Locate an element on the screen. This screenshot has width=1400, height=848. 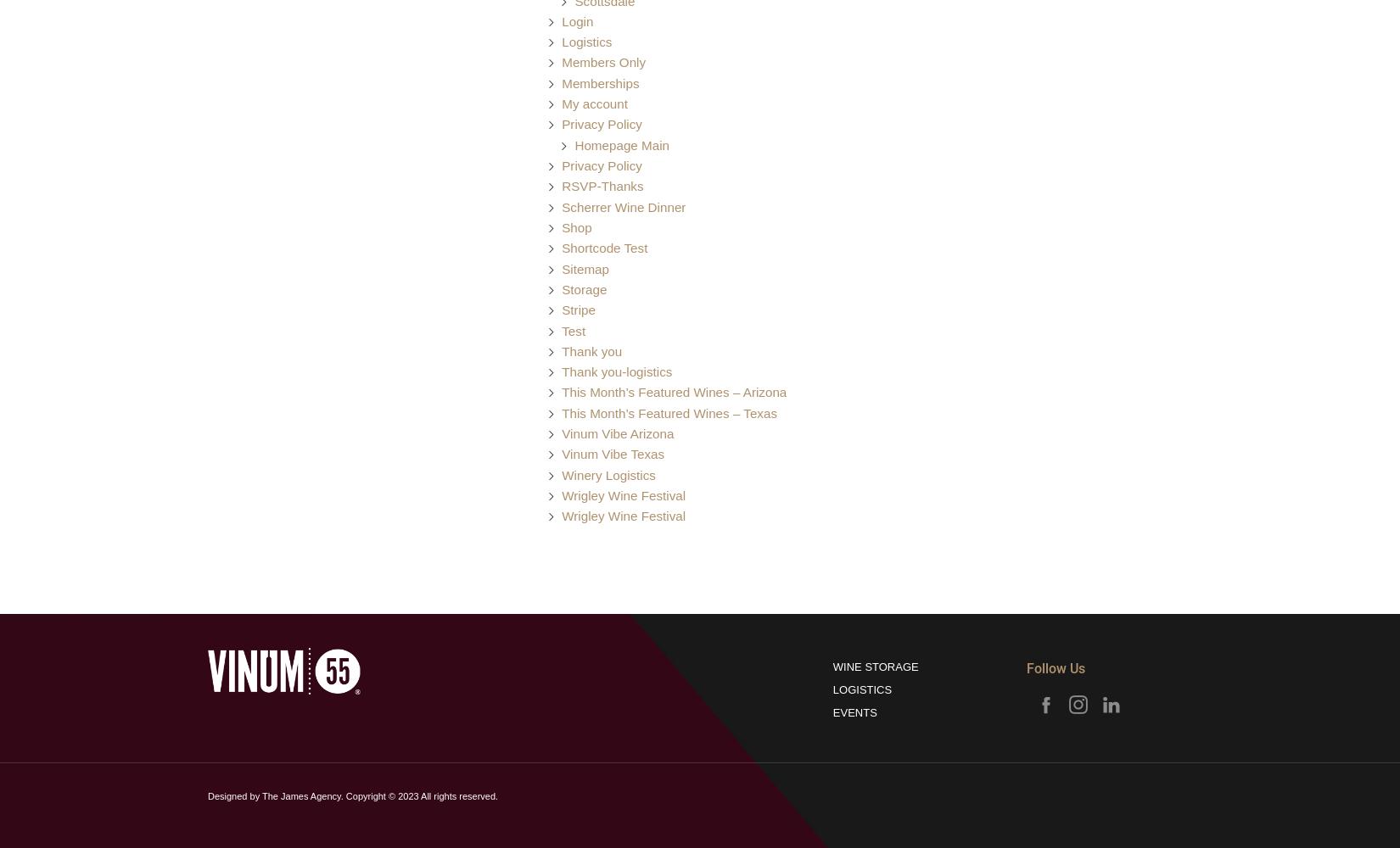
'Vinum Vibe Texas' is located at coordinates (612, 454).